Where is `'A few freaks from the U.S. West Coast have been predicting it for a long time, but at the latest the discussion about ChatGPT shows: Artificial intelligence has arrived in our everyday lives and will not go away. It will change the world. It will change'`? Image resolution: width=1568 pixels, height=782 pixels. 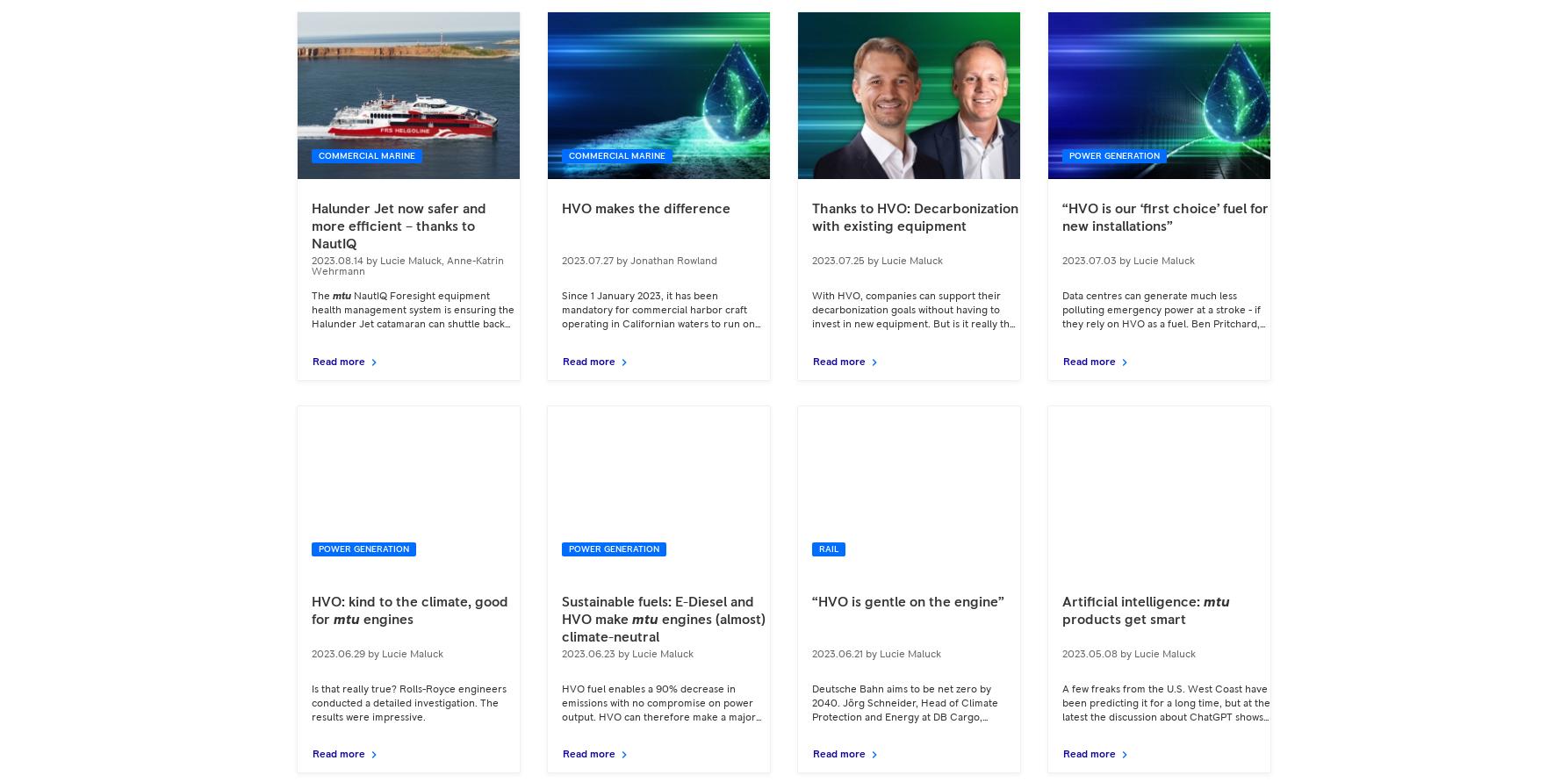
'A few freaks from the U.S. West Coast have been predicting it for a long time, but at the latest the discussion about ChatGPT shows: Artificial intelligence has arrived in our everyday lives and will not go away. It will change the world. It will change' is located at coordinates (1166, 723).